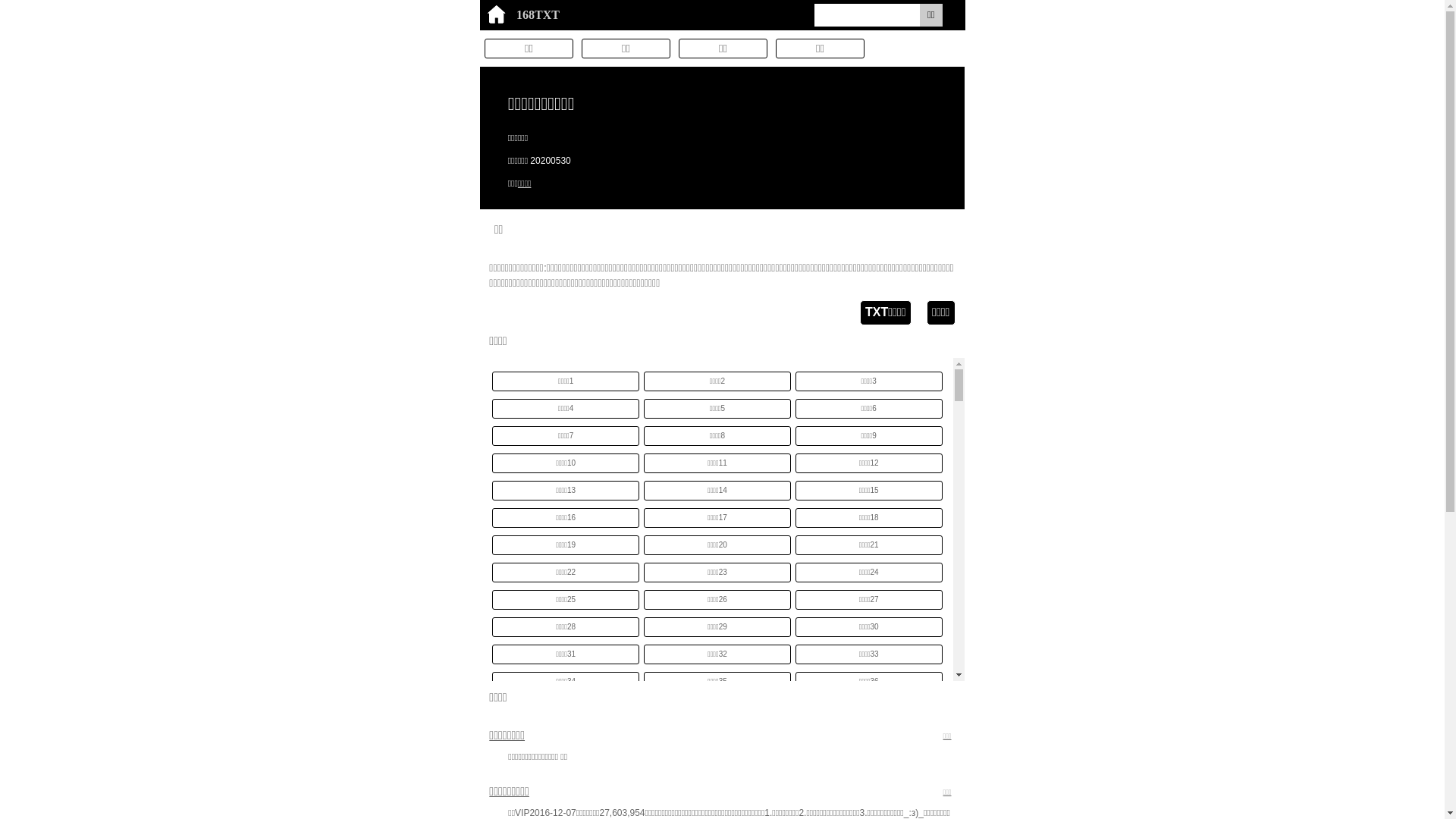 The height and width of the screenshot is (819, 1456). What do you see at coordinates (479, 14) in the screenshot?
I see `'168TXT'` at bounding box center [479, 14].